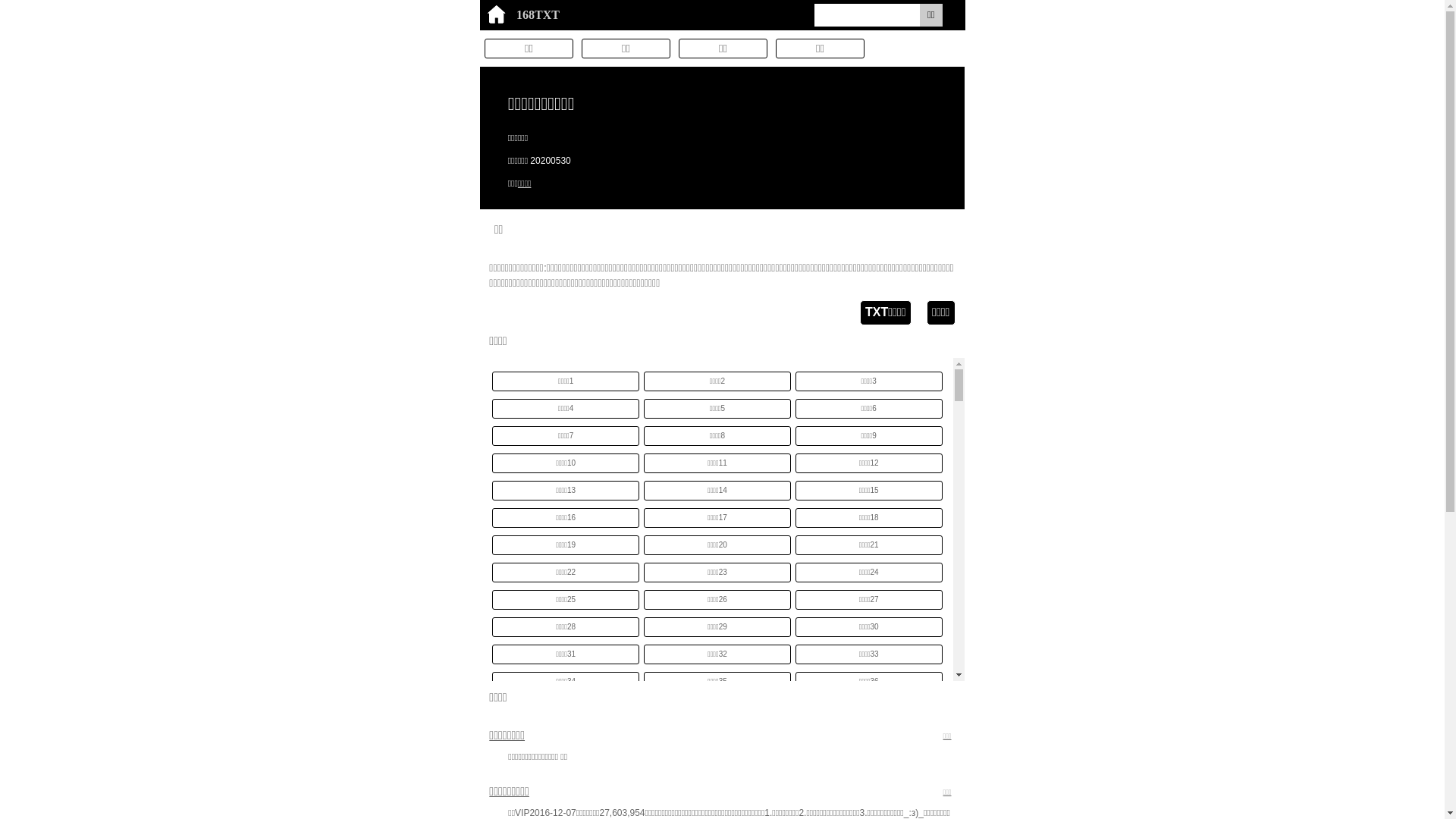 The height and width of the screenshot is (819, 1456). What do you see at coordinates (479, 14) in the screenshot?
I see `'168TXT'` at bounding box center [479, 14].